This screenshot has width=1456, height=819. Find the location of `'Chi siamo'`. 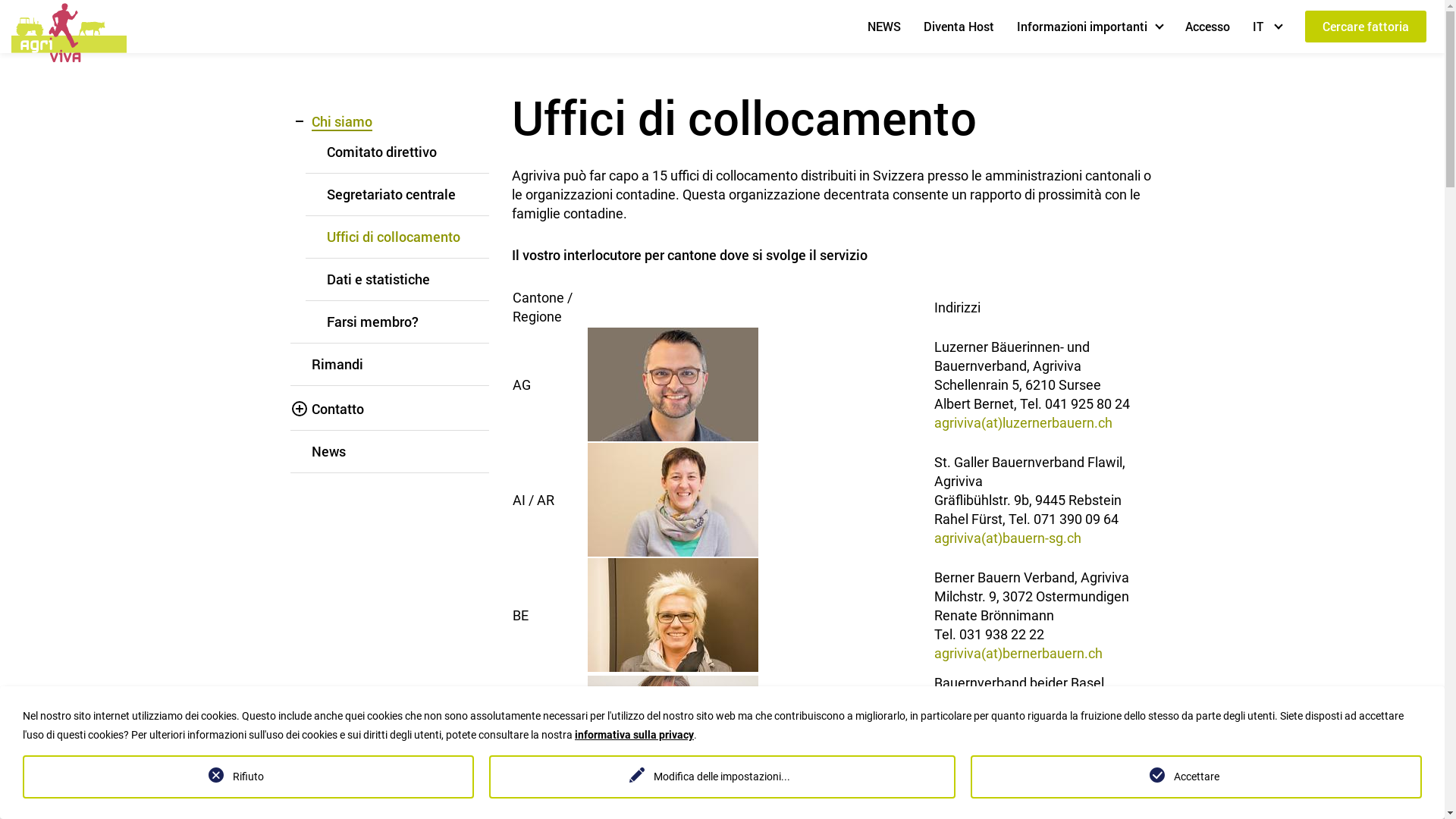

'Chi siamo' is located at coordinates (340, 121).